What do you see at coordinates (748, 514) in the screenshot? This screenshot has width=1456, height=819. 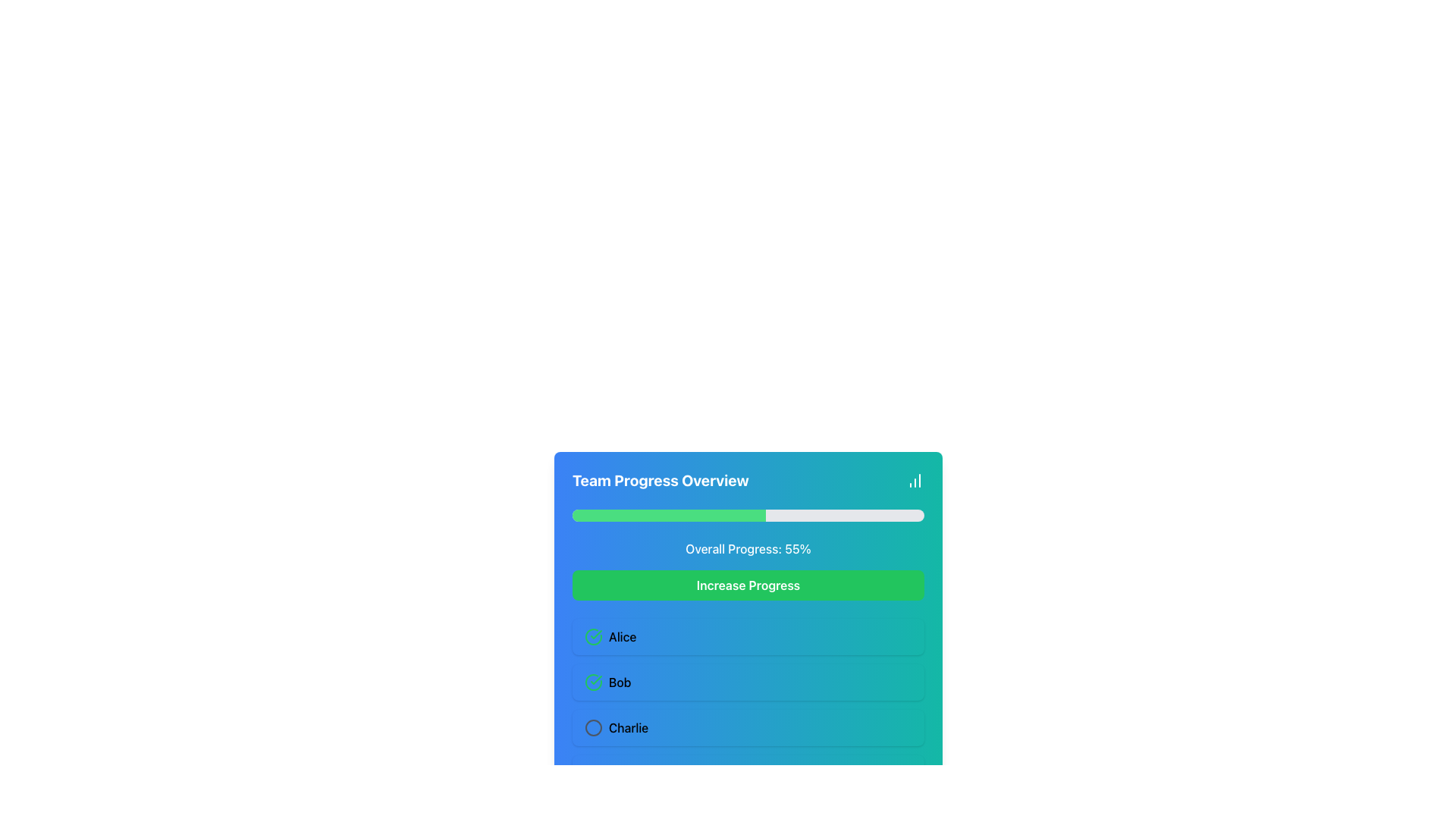 I see `the Progress Bar element located in the 'Team Progress Overview' card, which visually represents the current completion percentage of the task` at bounding box center [748, 514].